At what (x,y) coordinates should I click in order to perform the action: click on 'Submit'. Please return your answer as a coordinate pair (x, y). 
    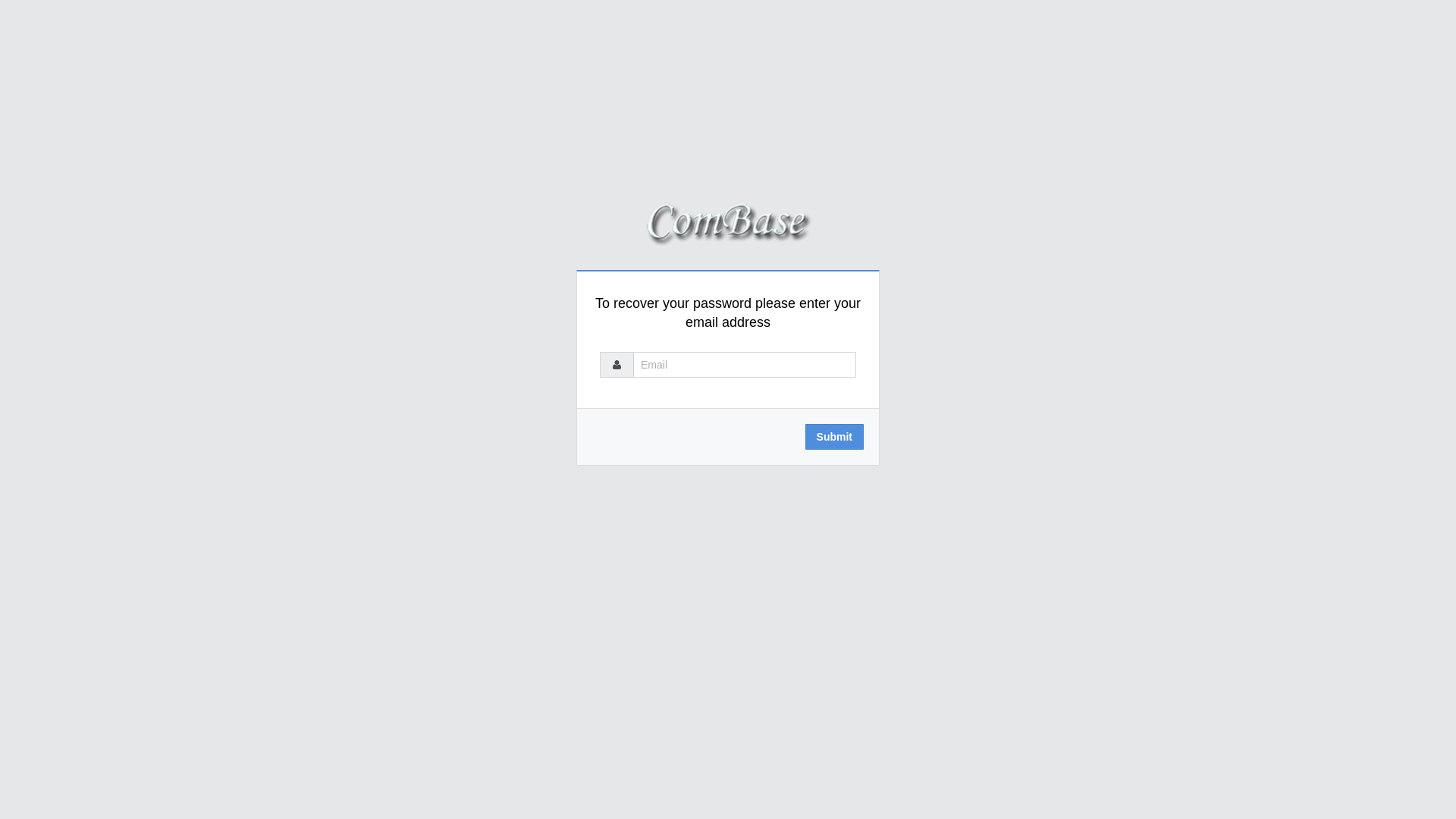
    Looking at the image, I should click on (833, 436).